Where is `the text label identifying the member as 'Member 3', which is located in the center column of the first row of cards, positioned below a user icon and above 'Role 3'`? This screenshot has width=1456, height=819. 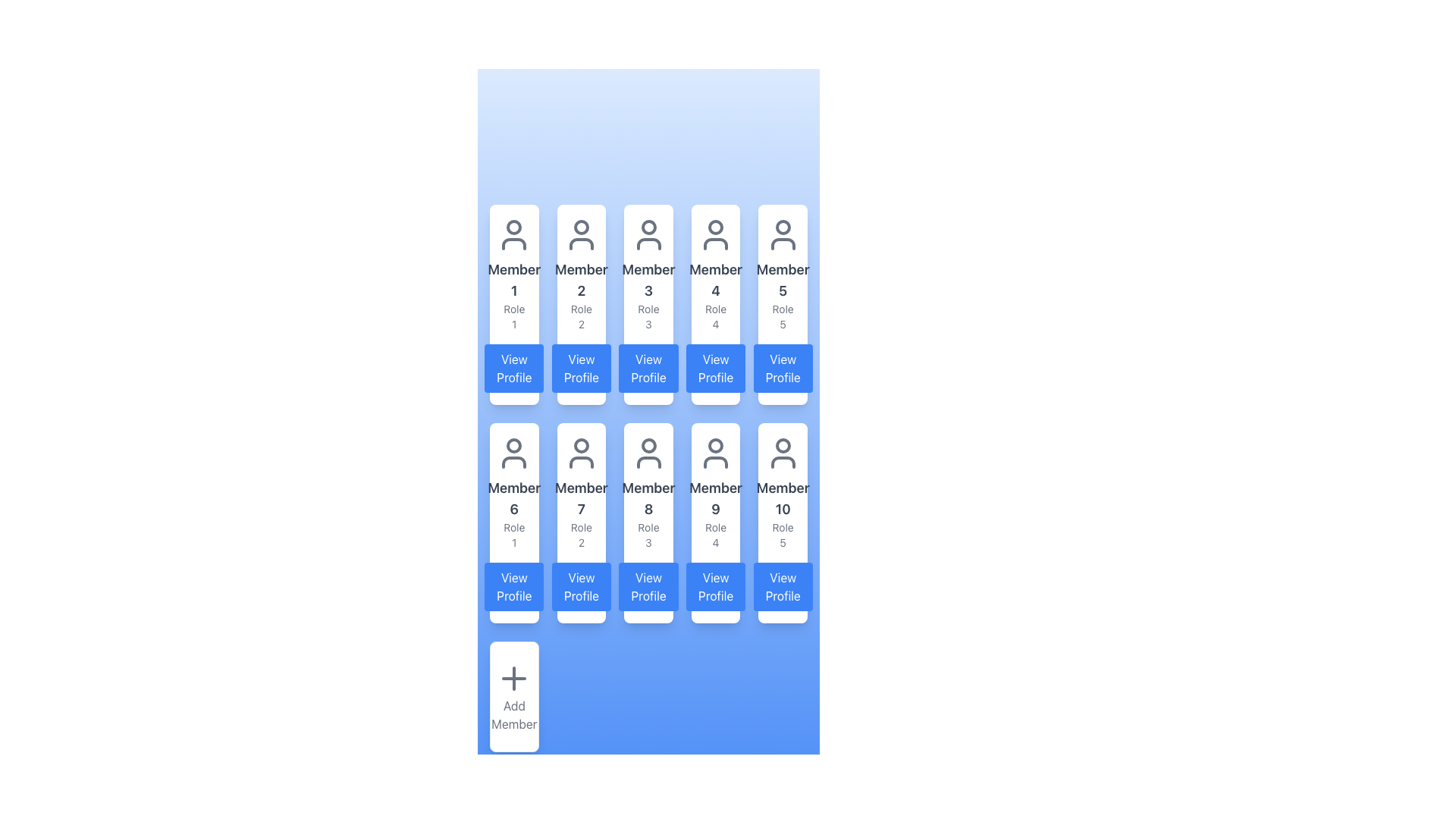 the text label identifying the member as 'Member 3', which is located in the center column of the first row of cards, positioned below a user icon and above 'Role 3' is located at coordinates (648, 281).